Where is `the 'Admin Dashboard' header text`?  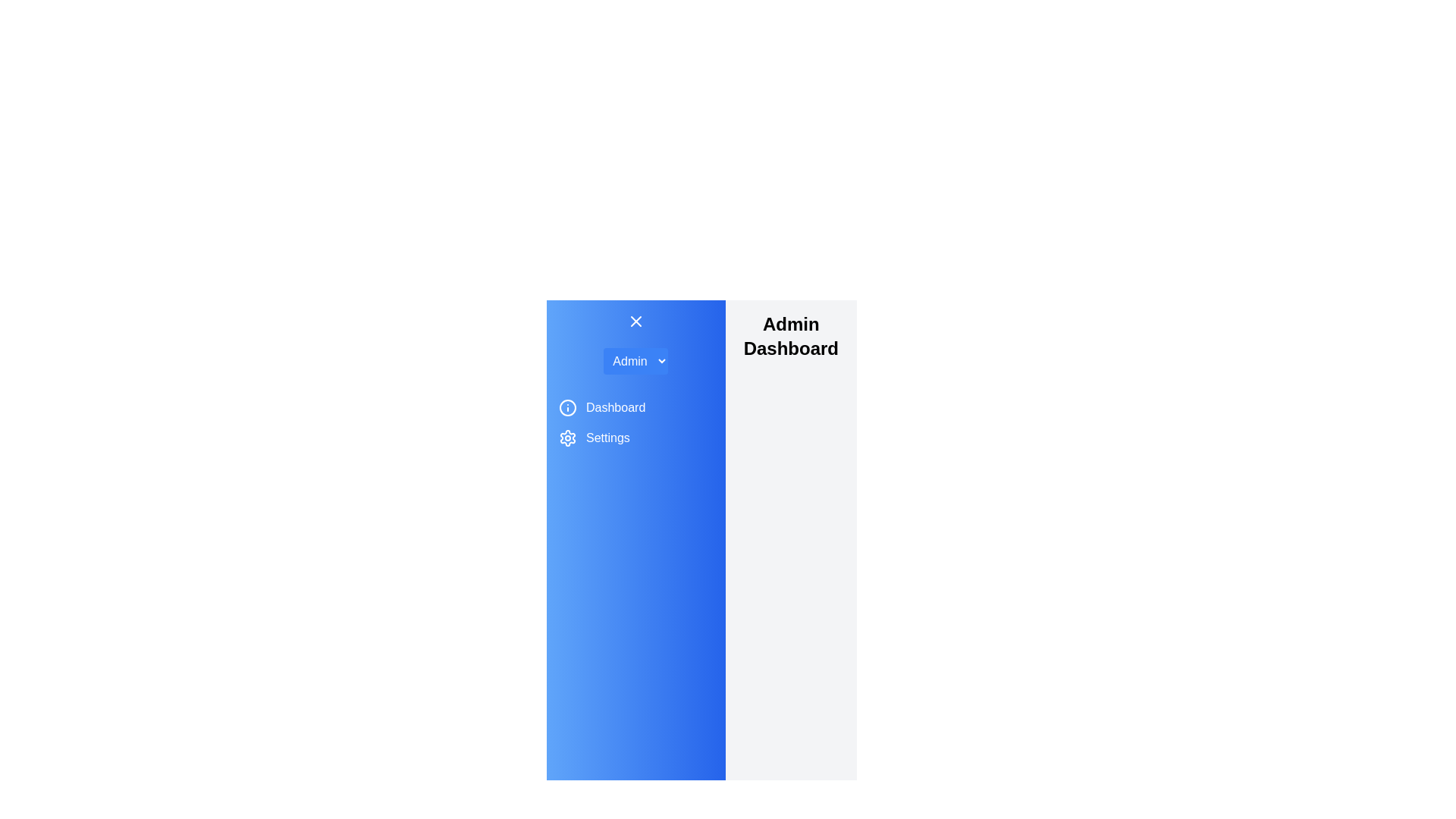 the 'Admin Dashboard' header text is located at coordinates (789, 335).